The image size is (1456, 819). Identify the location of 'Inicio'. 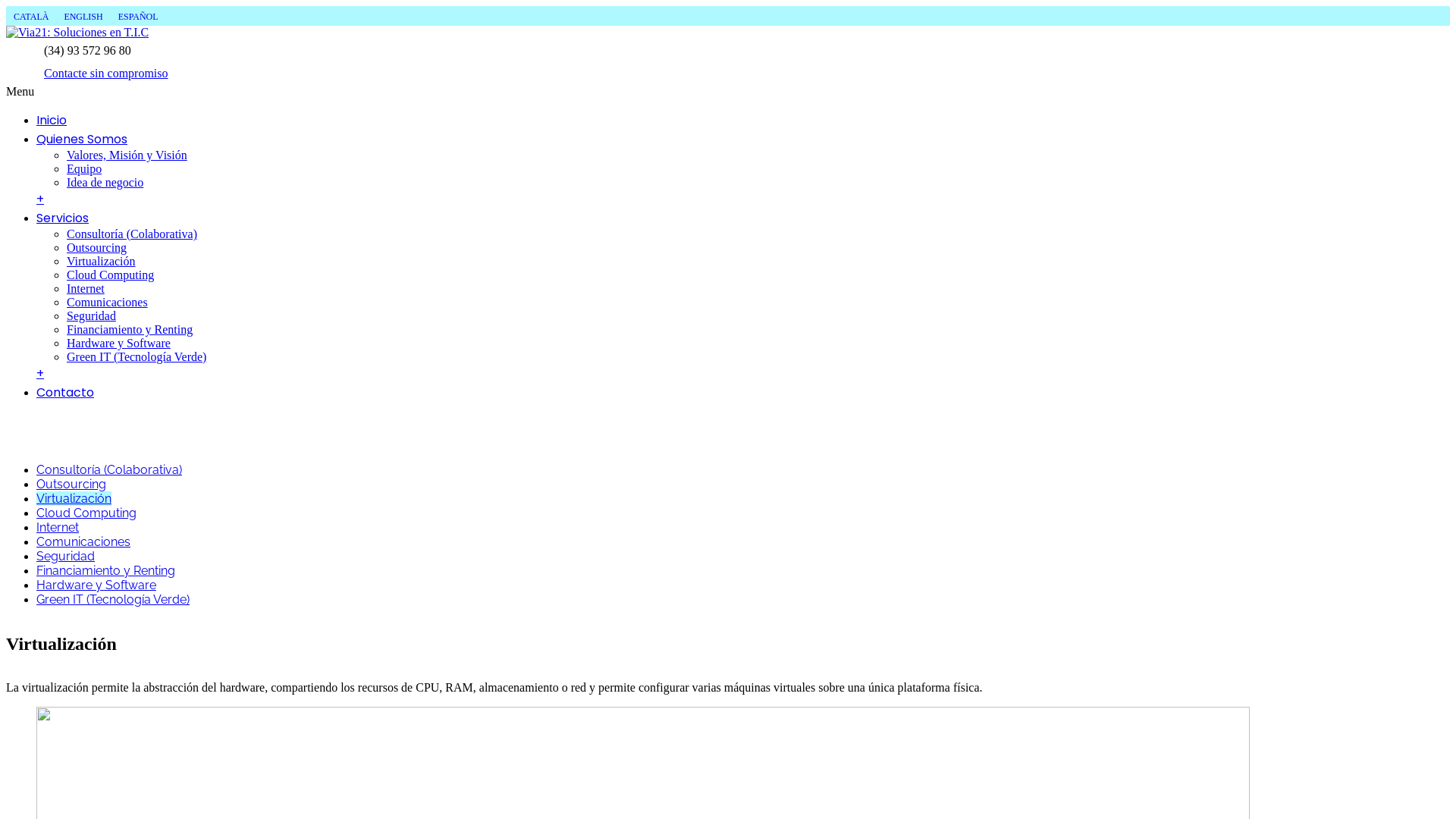
(51, 119).